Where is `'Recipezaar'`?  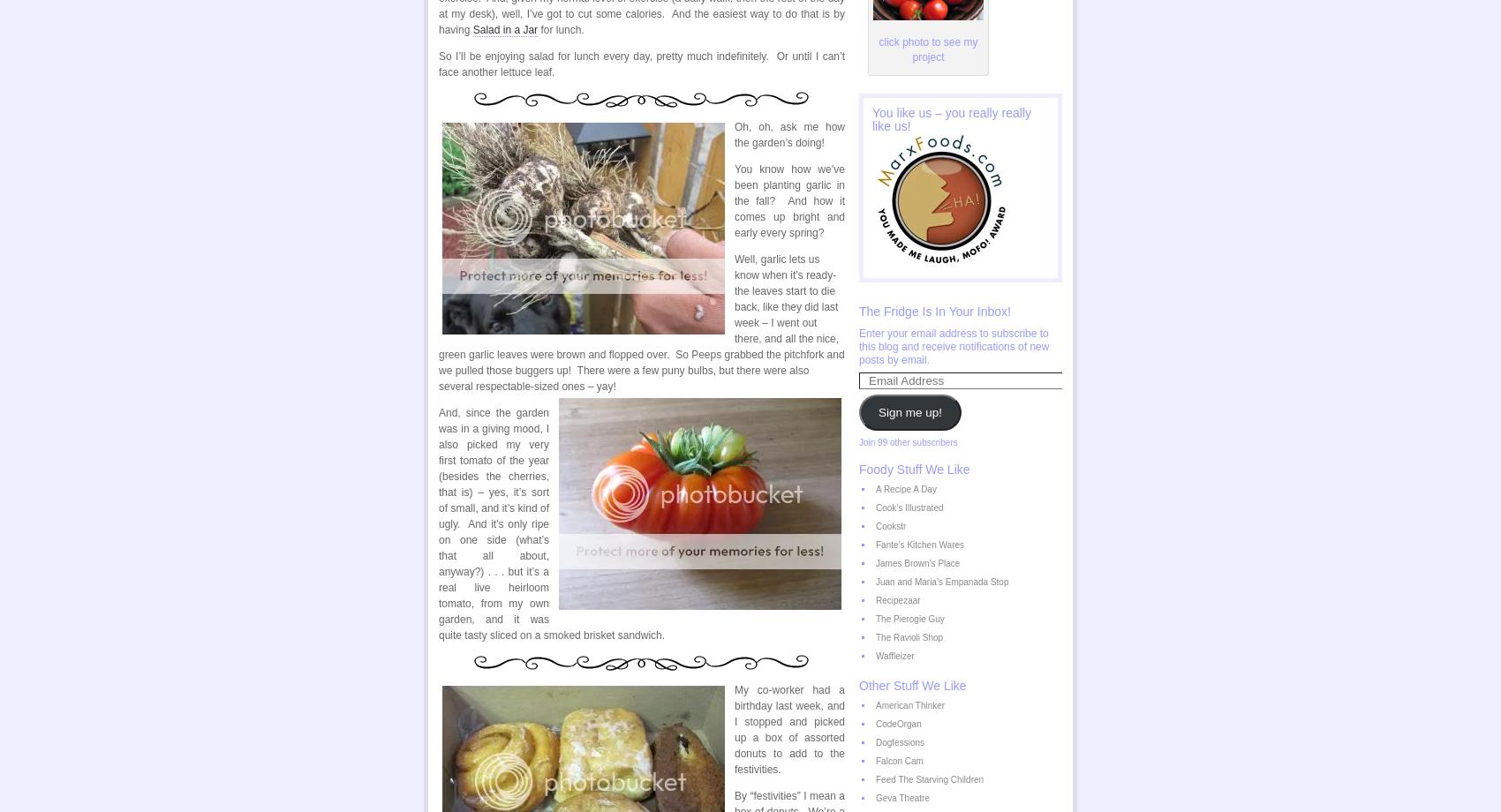
'Recipezaar' is located at coordinates (896, 599).